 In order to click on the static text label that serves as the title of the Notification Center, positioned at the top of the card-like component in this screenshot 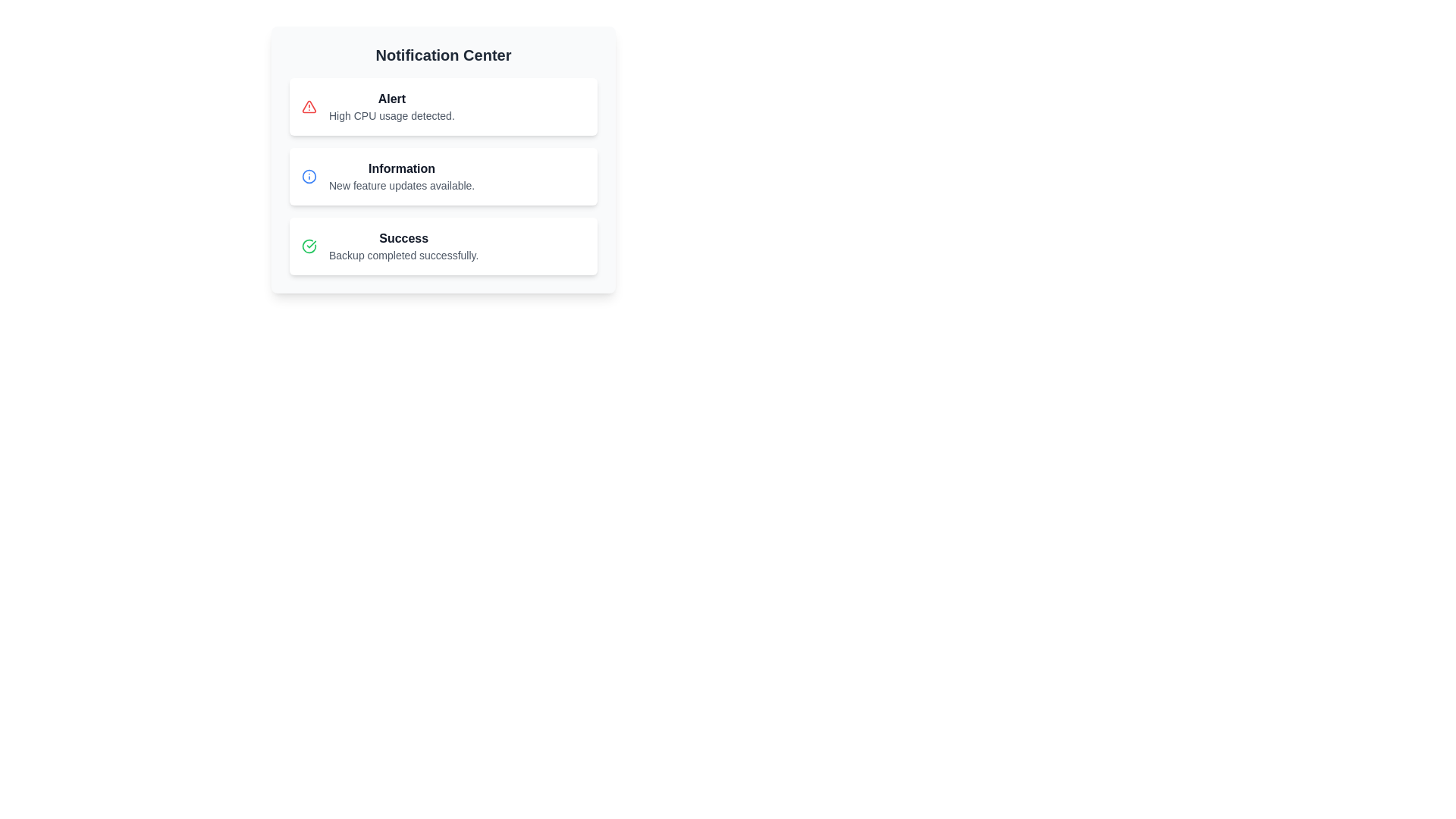, I will do `click(443, 55)`.